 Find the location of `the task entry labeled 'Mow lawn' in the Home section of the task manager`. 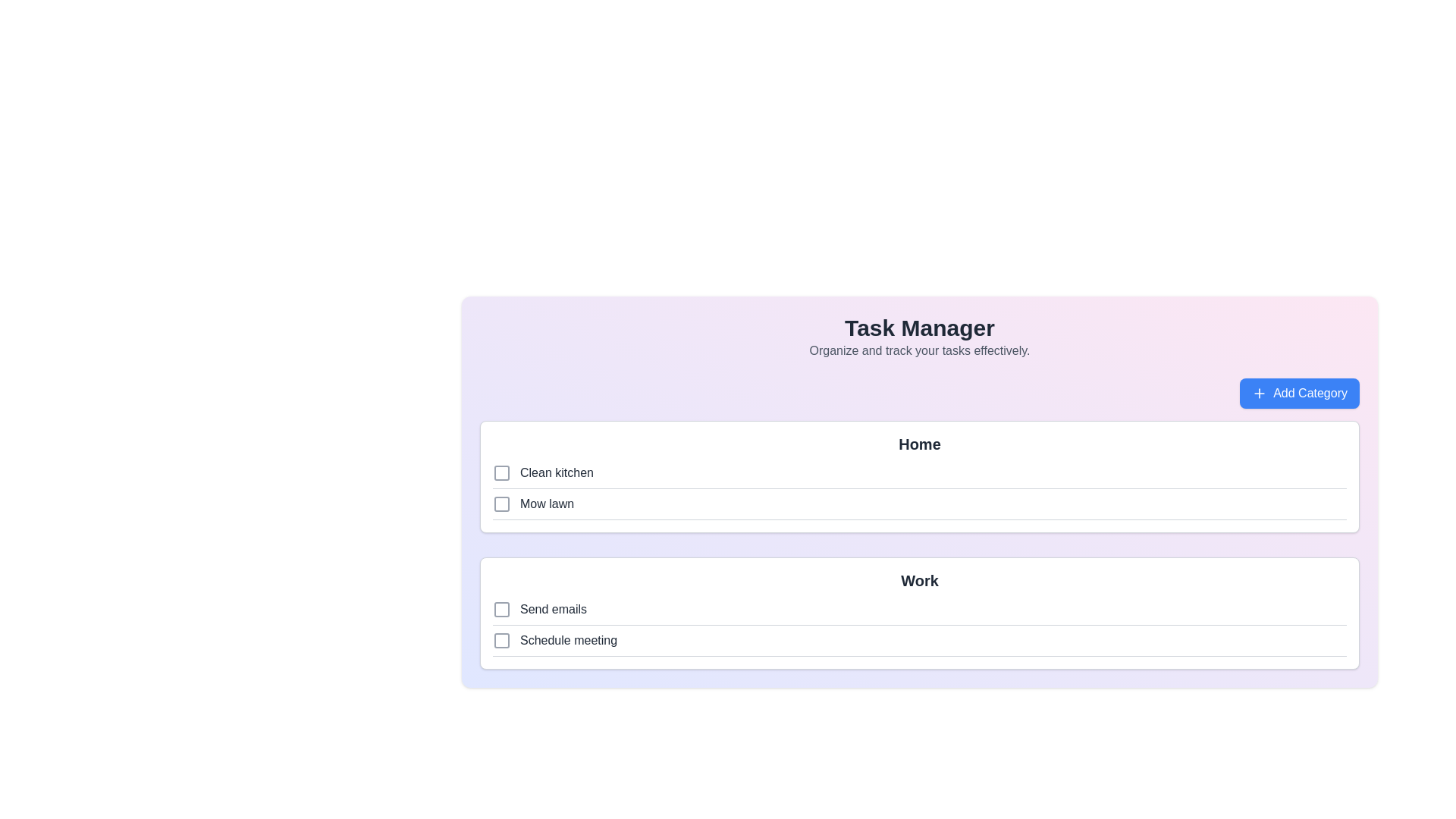

the task entry labeled 'Mow lawn' in the Home section of the task manager is located at coordinates (919, 507).